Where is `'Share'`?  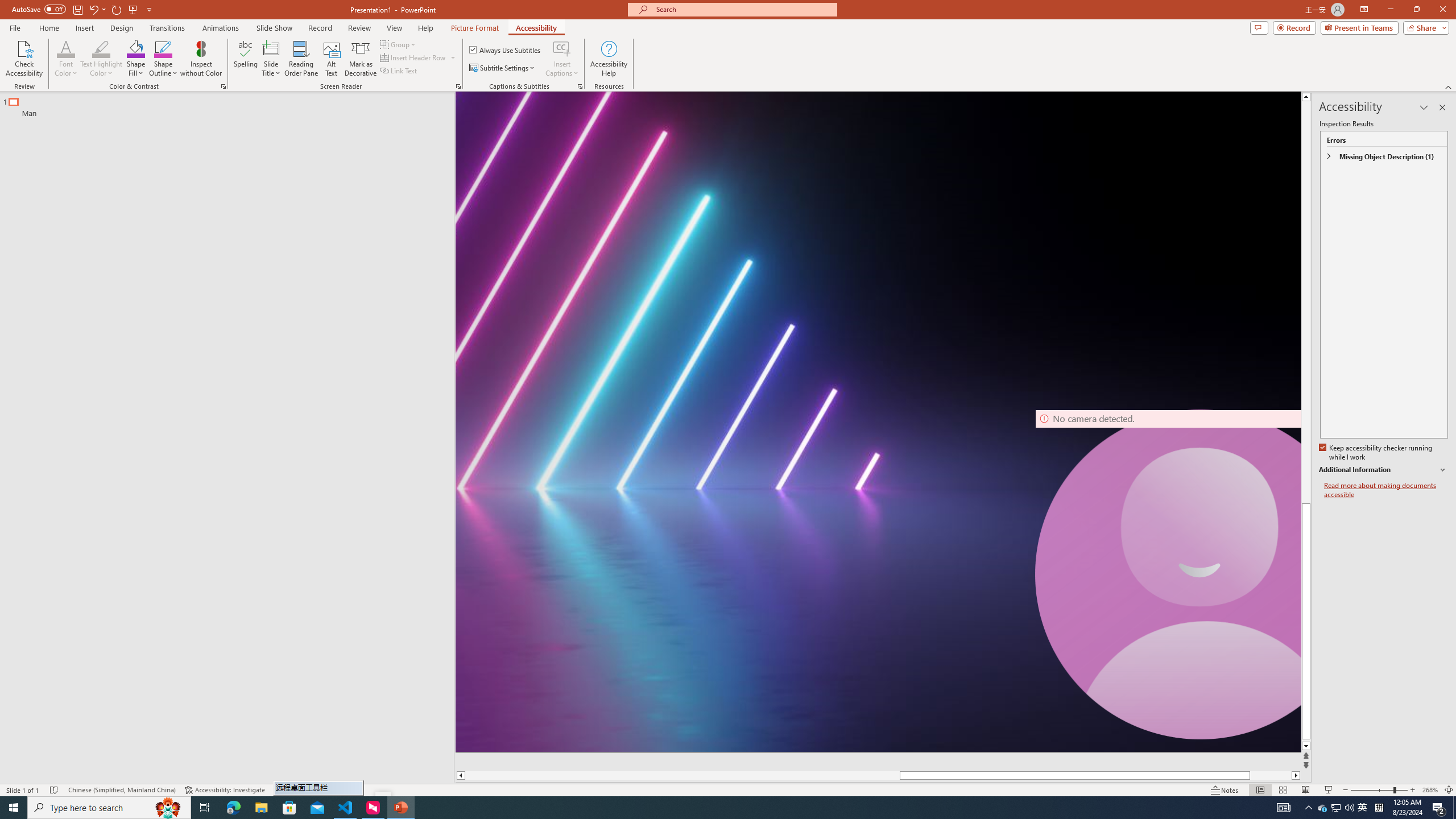
'Share' is located at coordinates (1423, 27).